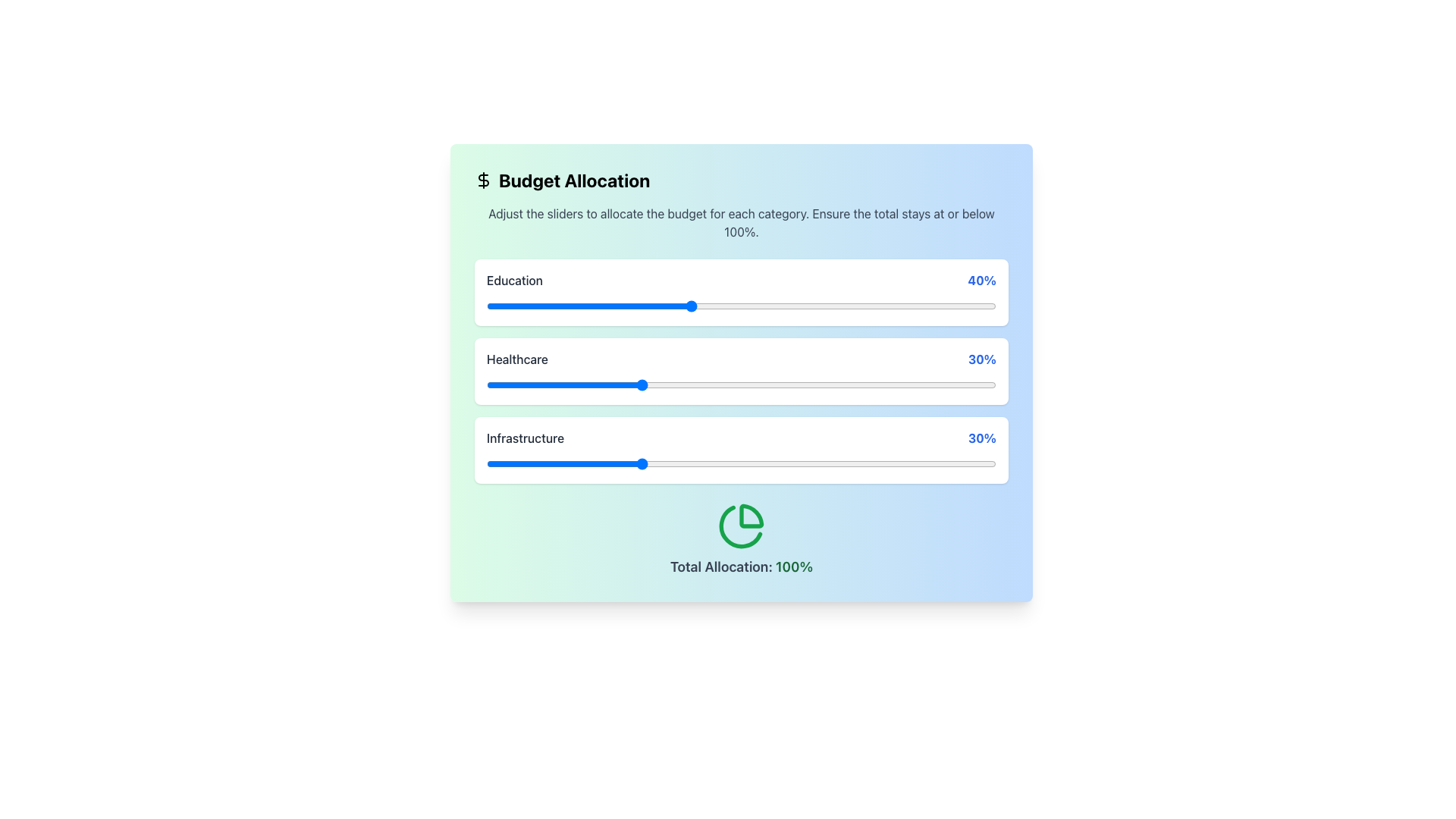  What do you see at coordinates (934, 384) in the screenshot?
I see `healthcare allocation` at bounding box center [934, 384].